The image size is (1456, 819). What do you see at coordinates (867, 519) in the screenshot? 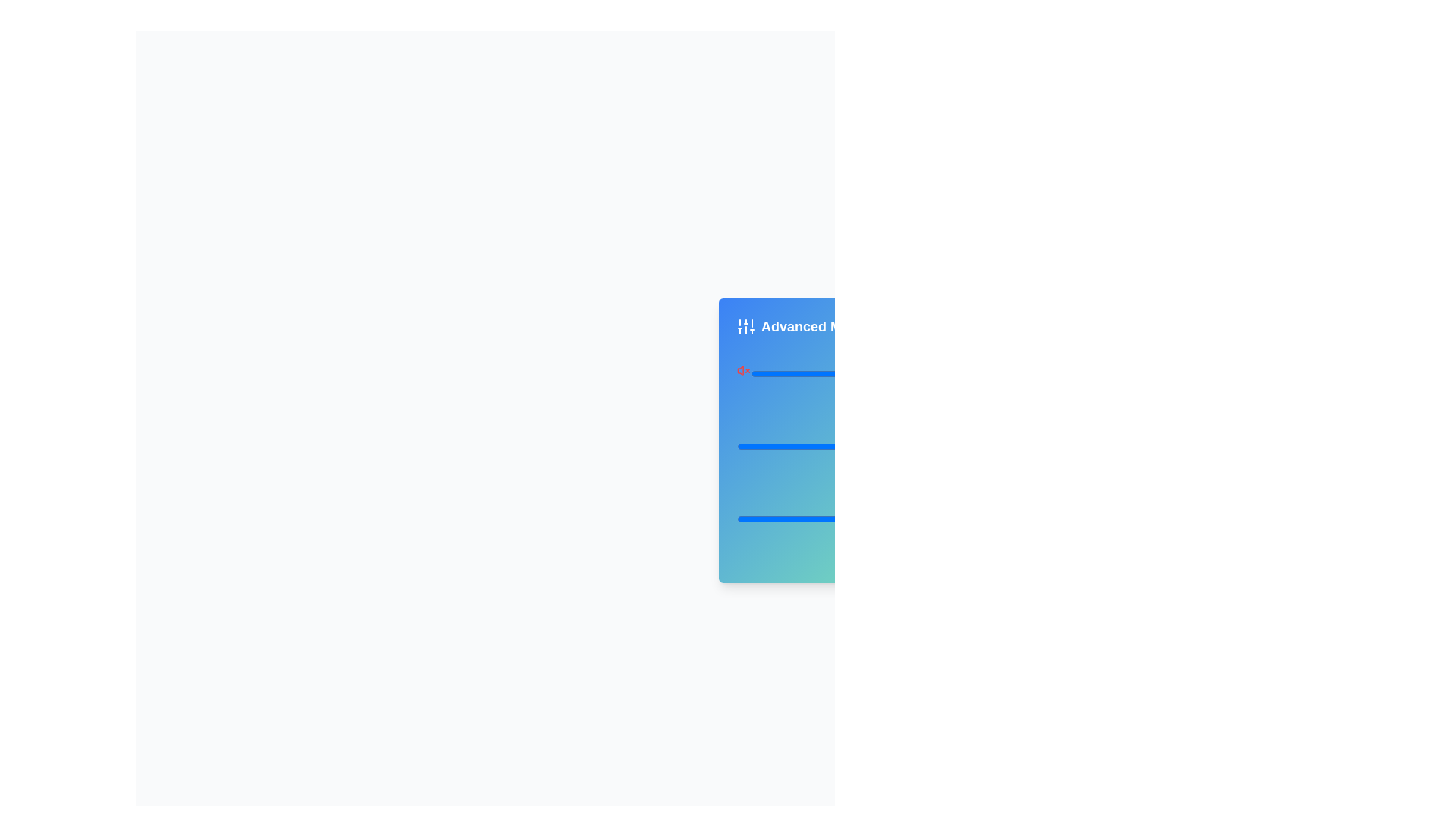
I see `the slider` at bounding box center [867, 519].